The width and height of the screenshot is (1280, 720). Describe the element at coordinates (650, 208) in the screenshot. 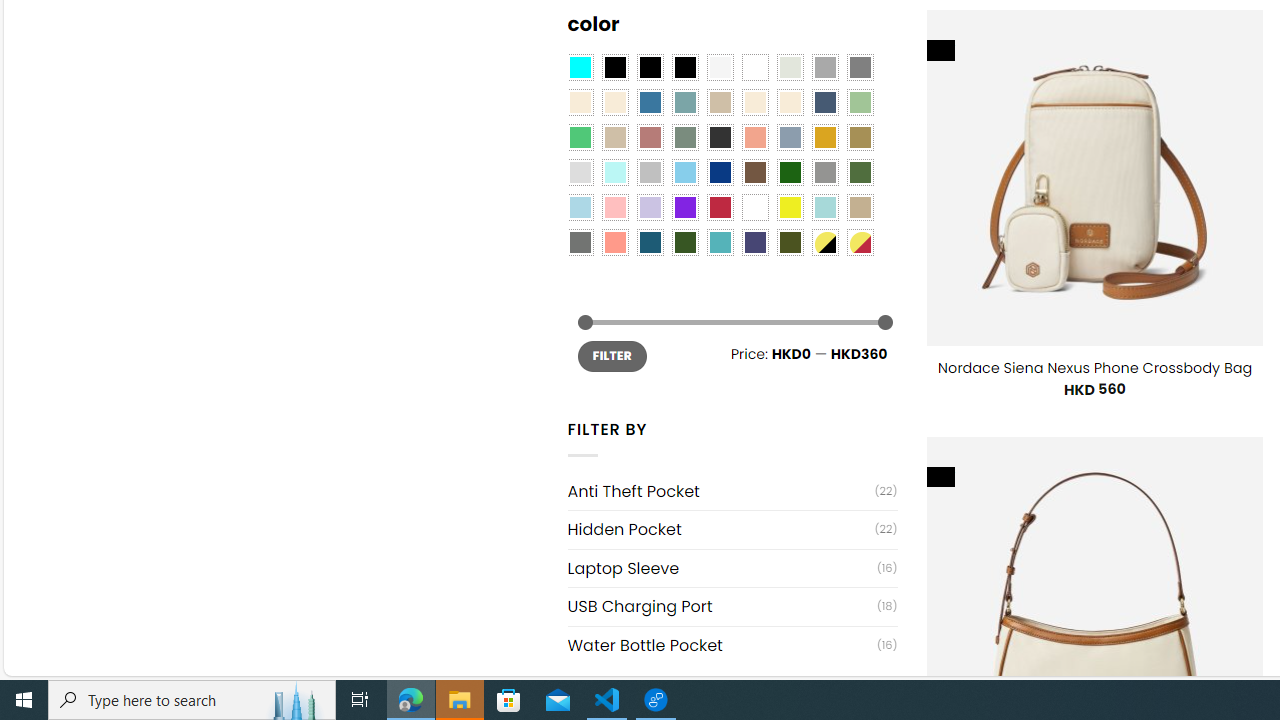

I see `'Light Purple'` at that location.